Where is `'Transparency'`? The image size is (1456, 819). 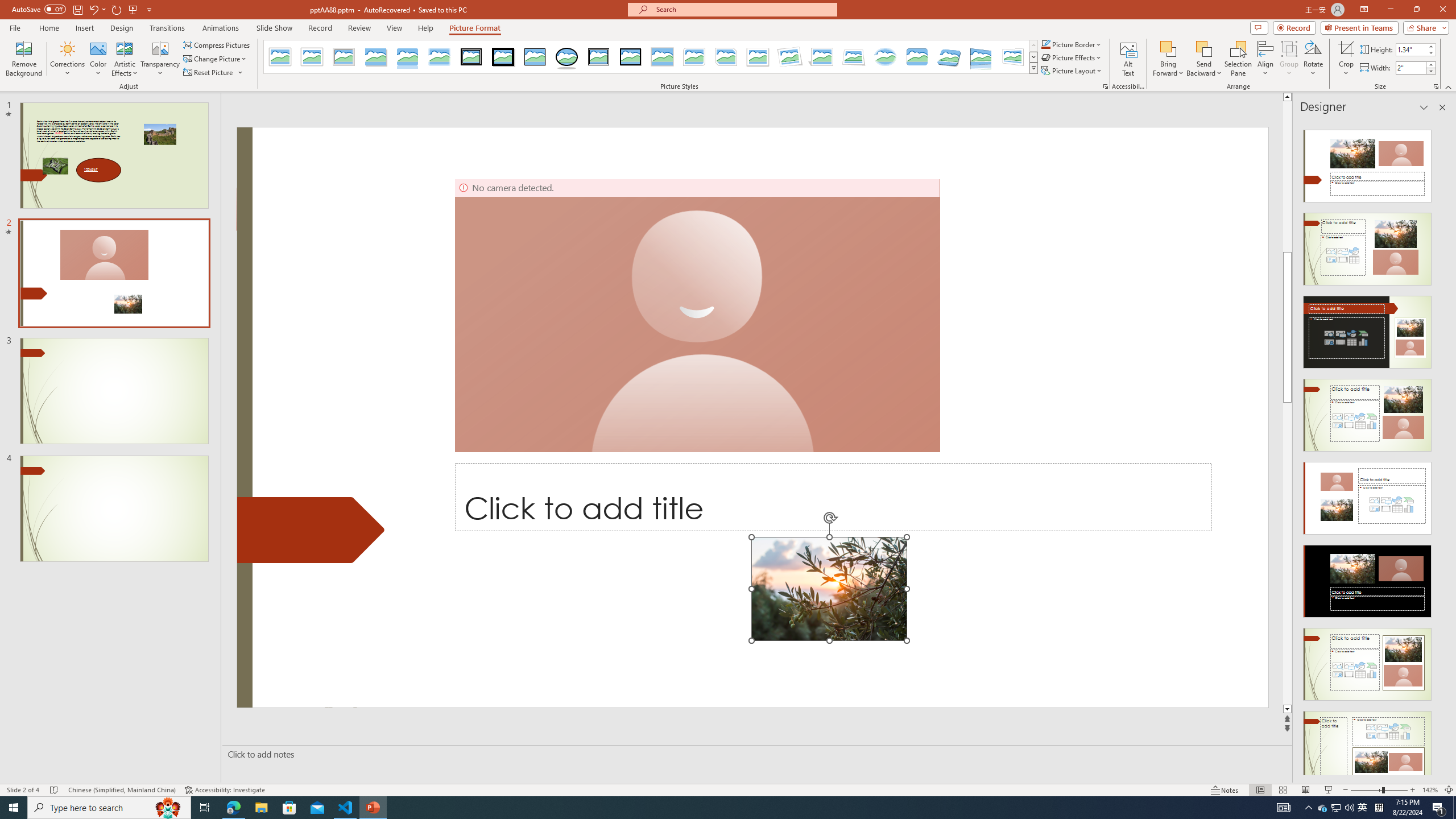
'Transparency' is located at coordinates (160, 59).